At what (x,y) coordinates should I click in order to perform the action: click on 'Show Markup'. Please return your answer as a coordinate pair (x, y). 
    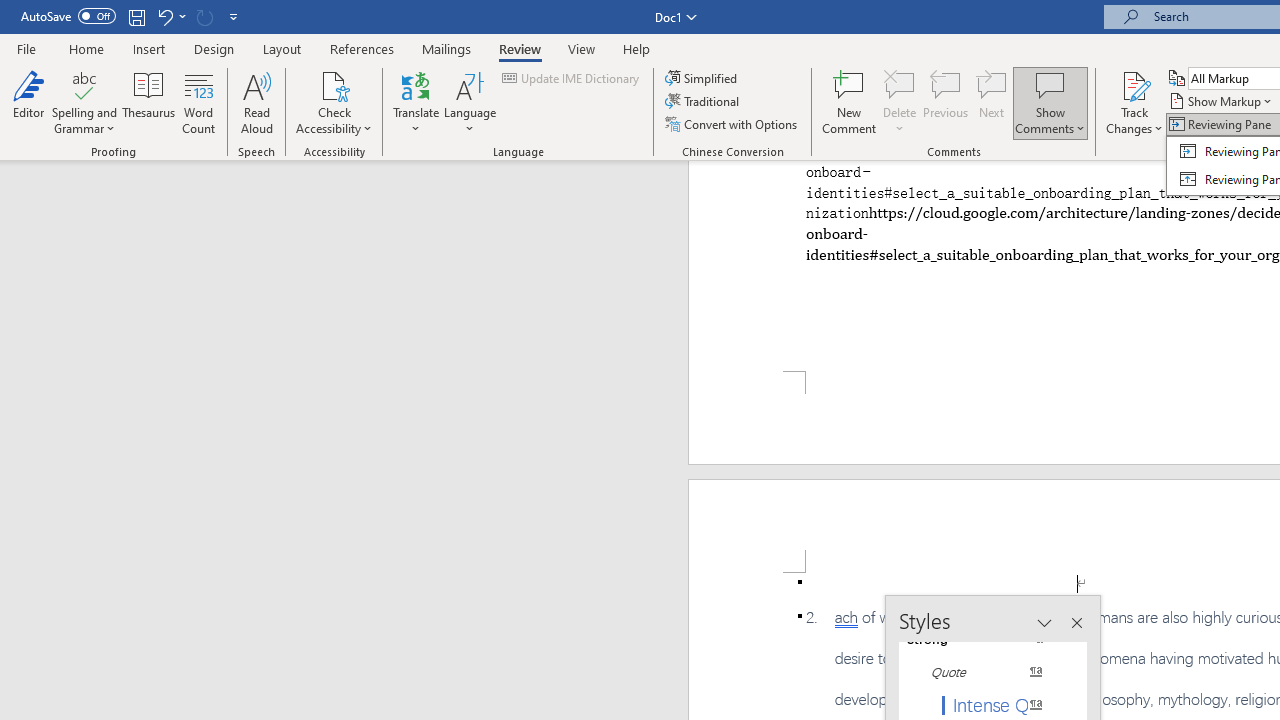
    Looking at the image, I should click on (1221, 101).